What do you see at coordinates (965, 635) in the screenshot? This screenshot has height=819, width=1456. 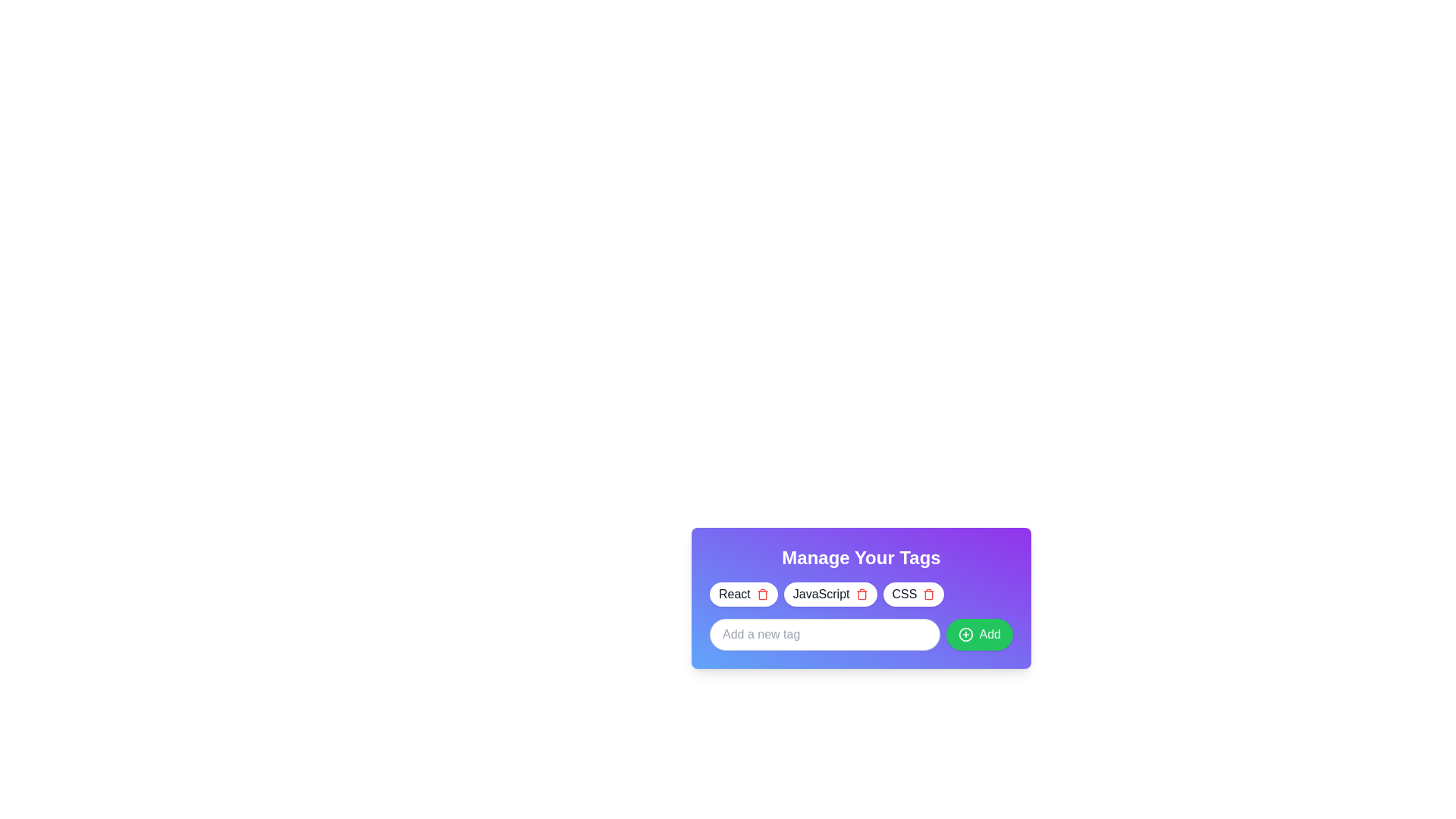 I see `the icon that represents the action for adding new items, which is located to the left of the text label 'Add' within the 'Add' button` at bounding box center [965, 635].